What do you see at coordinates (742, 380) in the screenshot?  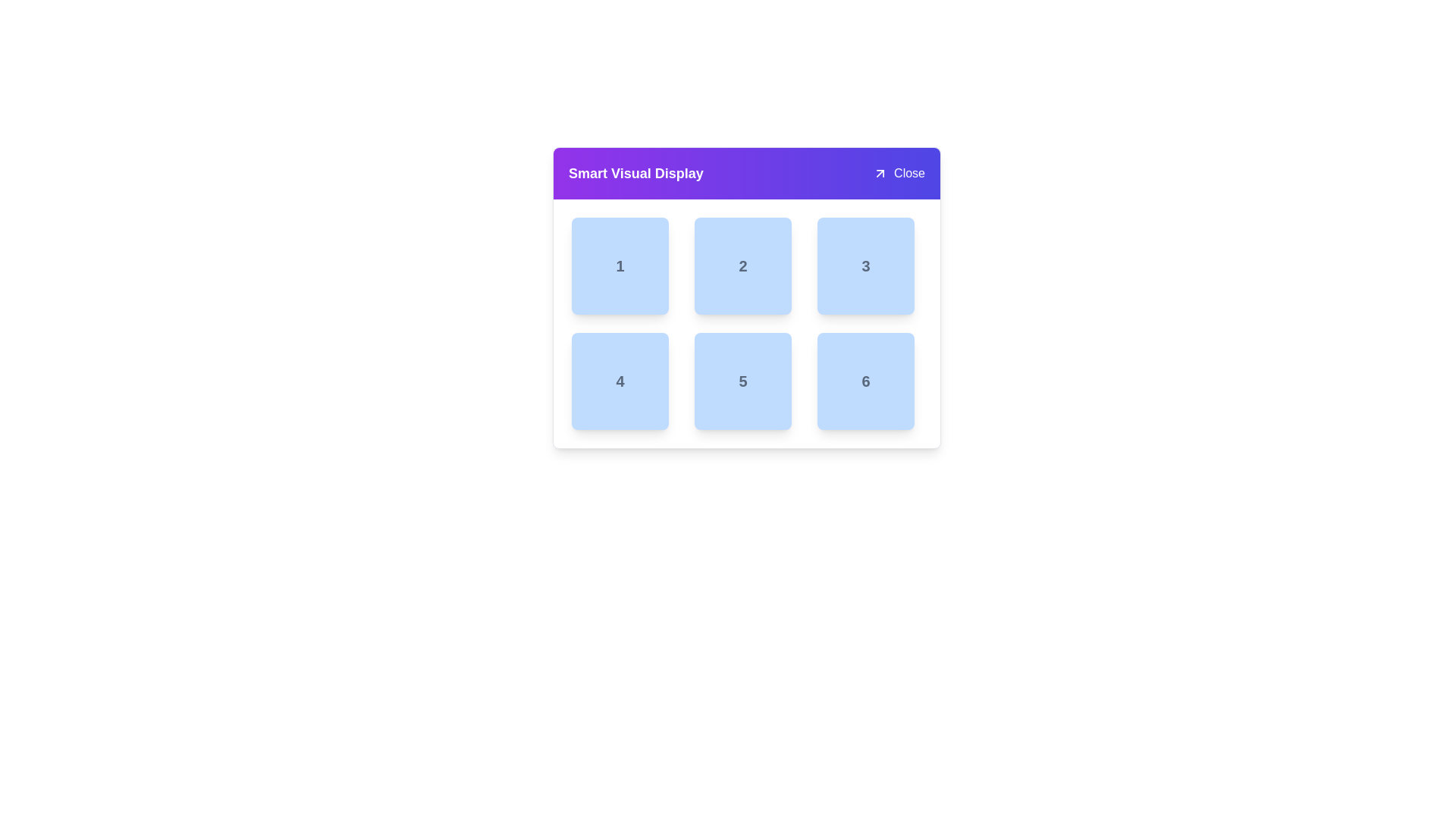 I see `the light blue box containing the bold numeral '5', which is located in the second row, second column of a grid layout` at bounding box center [742, 380].